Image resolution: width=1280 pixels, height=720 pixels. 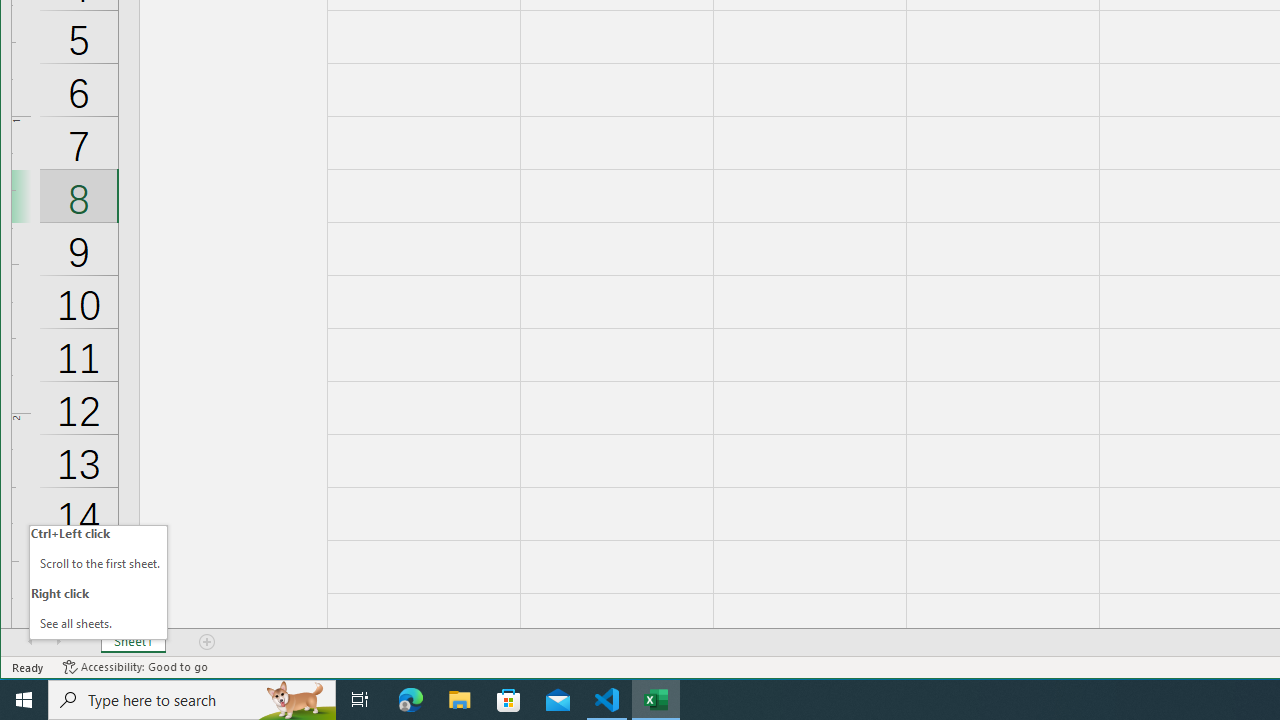 I want to click on 'Task View', so click(x=359, y=698).